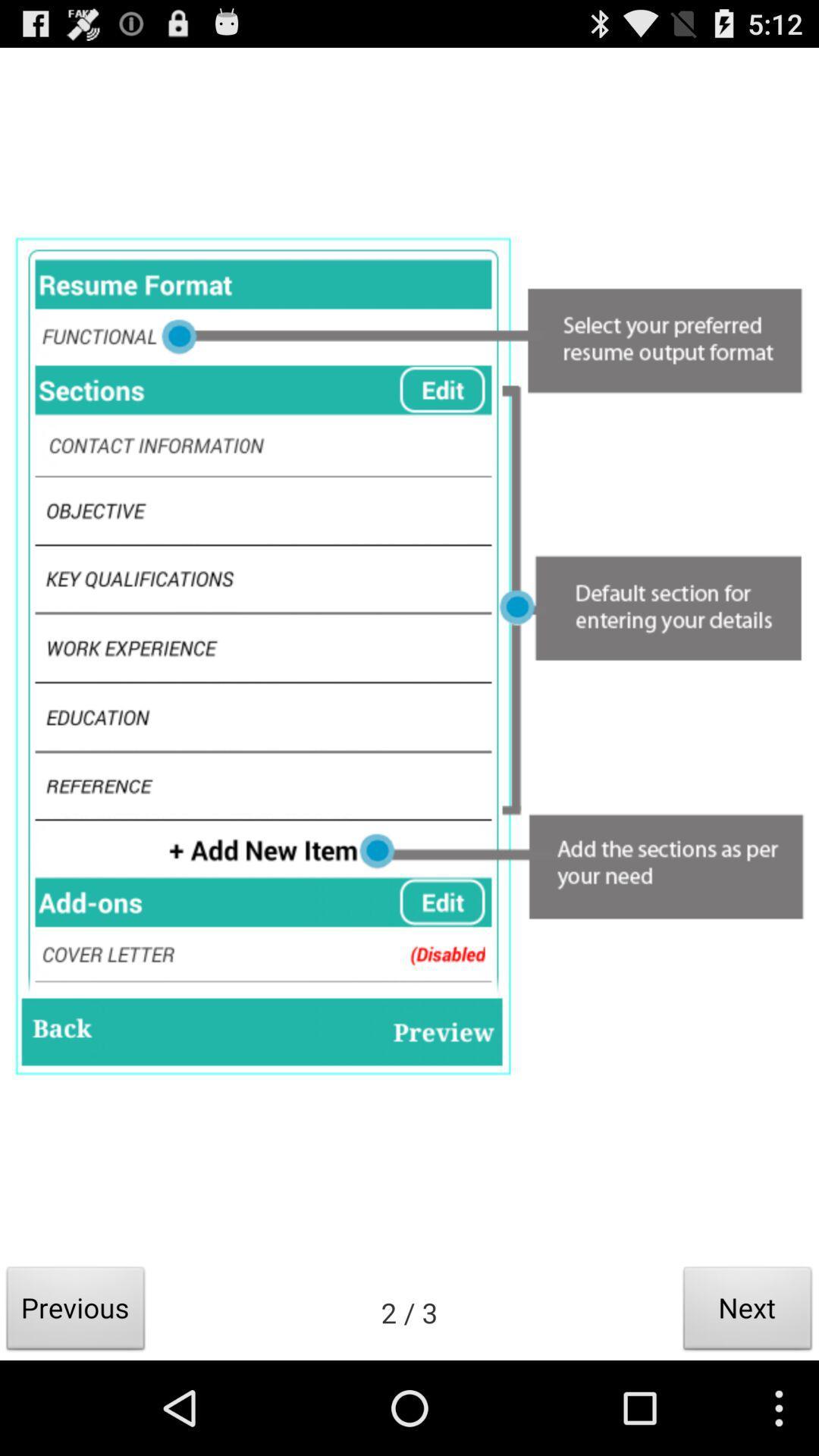 The width and height of the screenshot is (819, 1456). I want to click on item at the bottom left corner, so click(76, 1312).